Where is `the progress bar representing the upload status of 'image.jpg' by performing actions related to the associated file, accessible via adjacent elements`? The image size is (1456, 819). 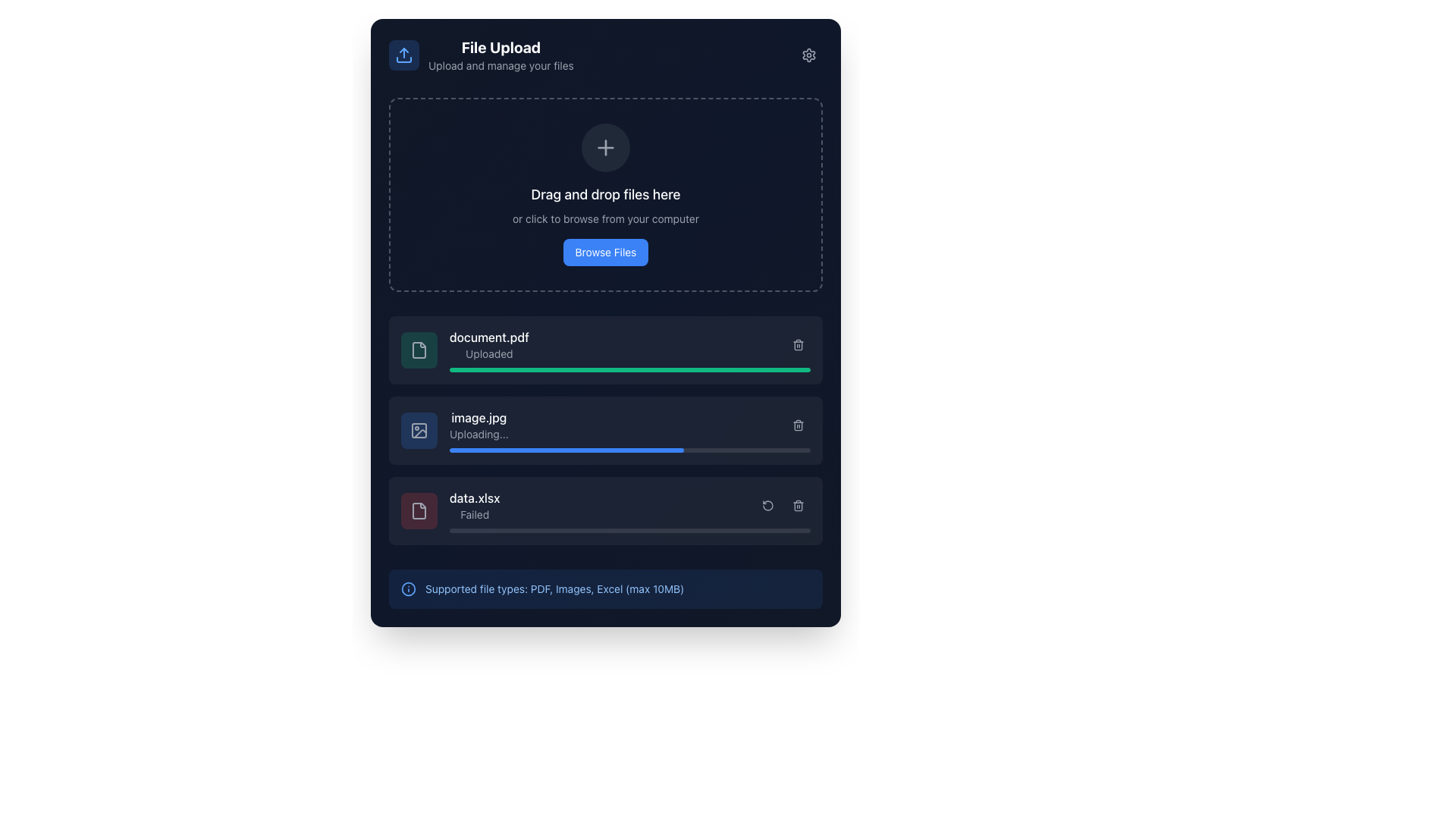 the progress bar representing the upload status of 'image.jpg' by performing actions related to the associated file, accessible via adjacent elements is located at coordinates (566, 450).